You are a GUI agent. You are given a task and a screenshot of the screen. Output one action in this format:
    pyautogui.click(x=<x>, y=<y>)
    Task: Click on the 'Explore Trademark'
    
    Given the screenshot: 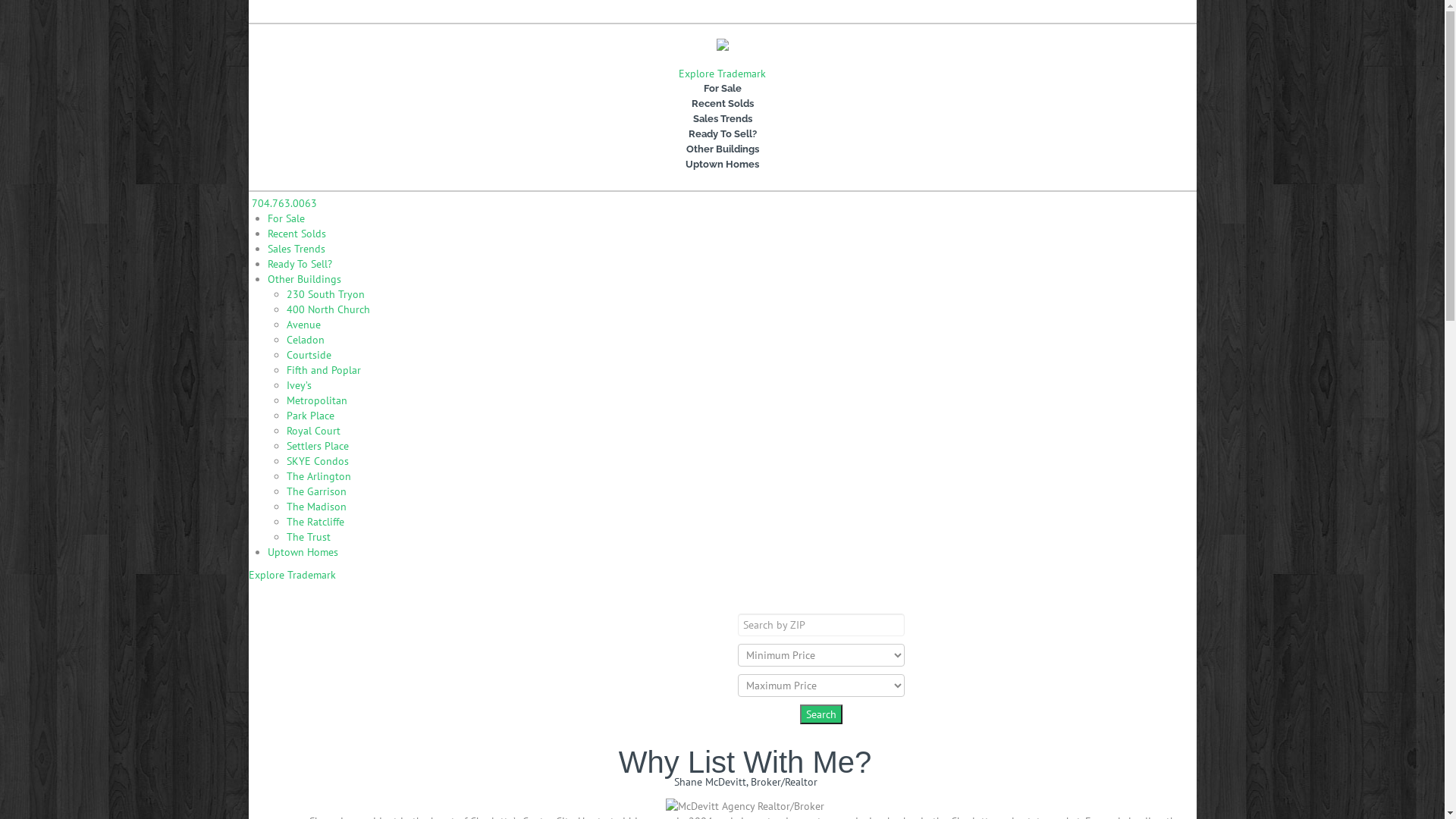 What is the action you would take?
    pyautogui.click(x=248, y=575)
    